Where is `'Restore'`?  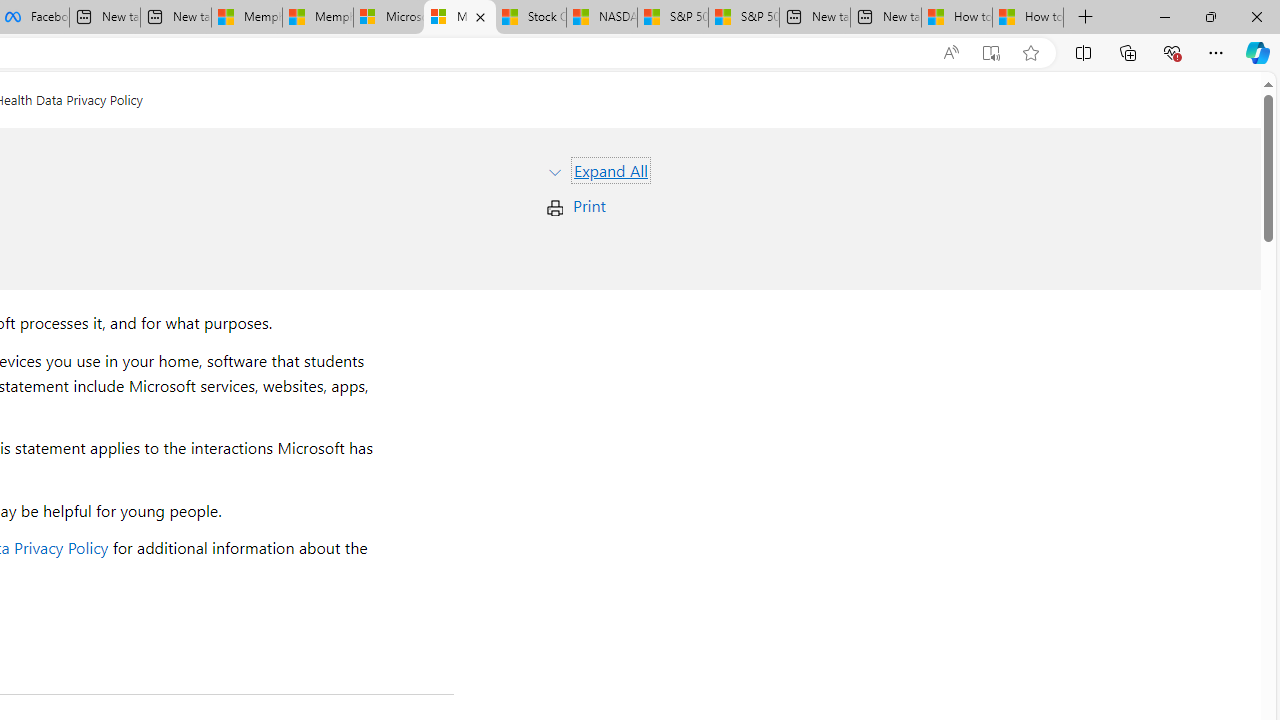 'Restore' is located at coordinates (1209, 16).